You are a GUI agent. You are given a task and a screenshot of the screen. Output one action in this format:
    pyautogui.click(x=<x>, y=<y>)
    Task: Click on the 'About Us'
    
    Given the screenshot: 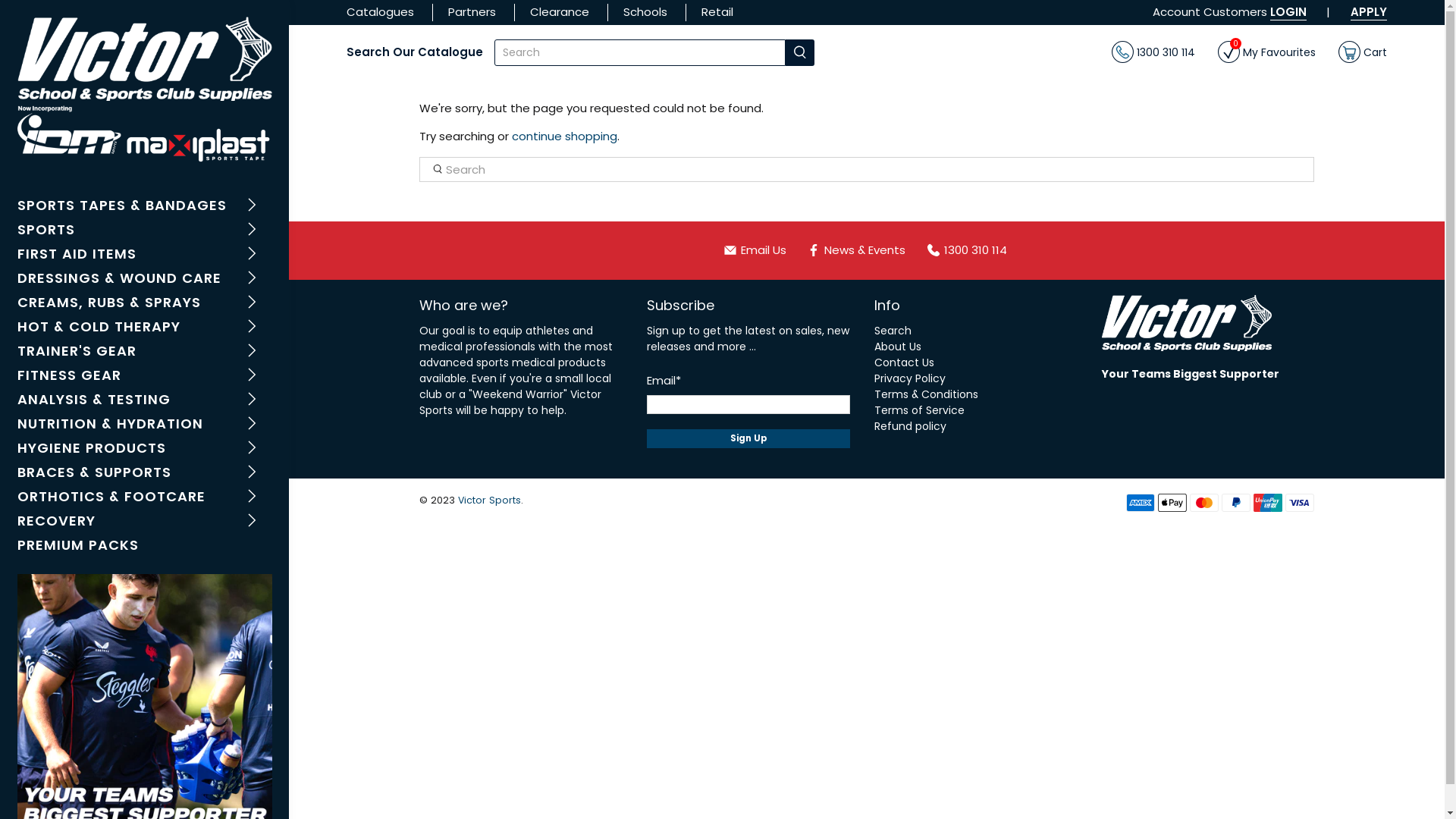 What is the action you would take?
    pyautogui.click(x=874, y=346)
    